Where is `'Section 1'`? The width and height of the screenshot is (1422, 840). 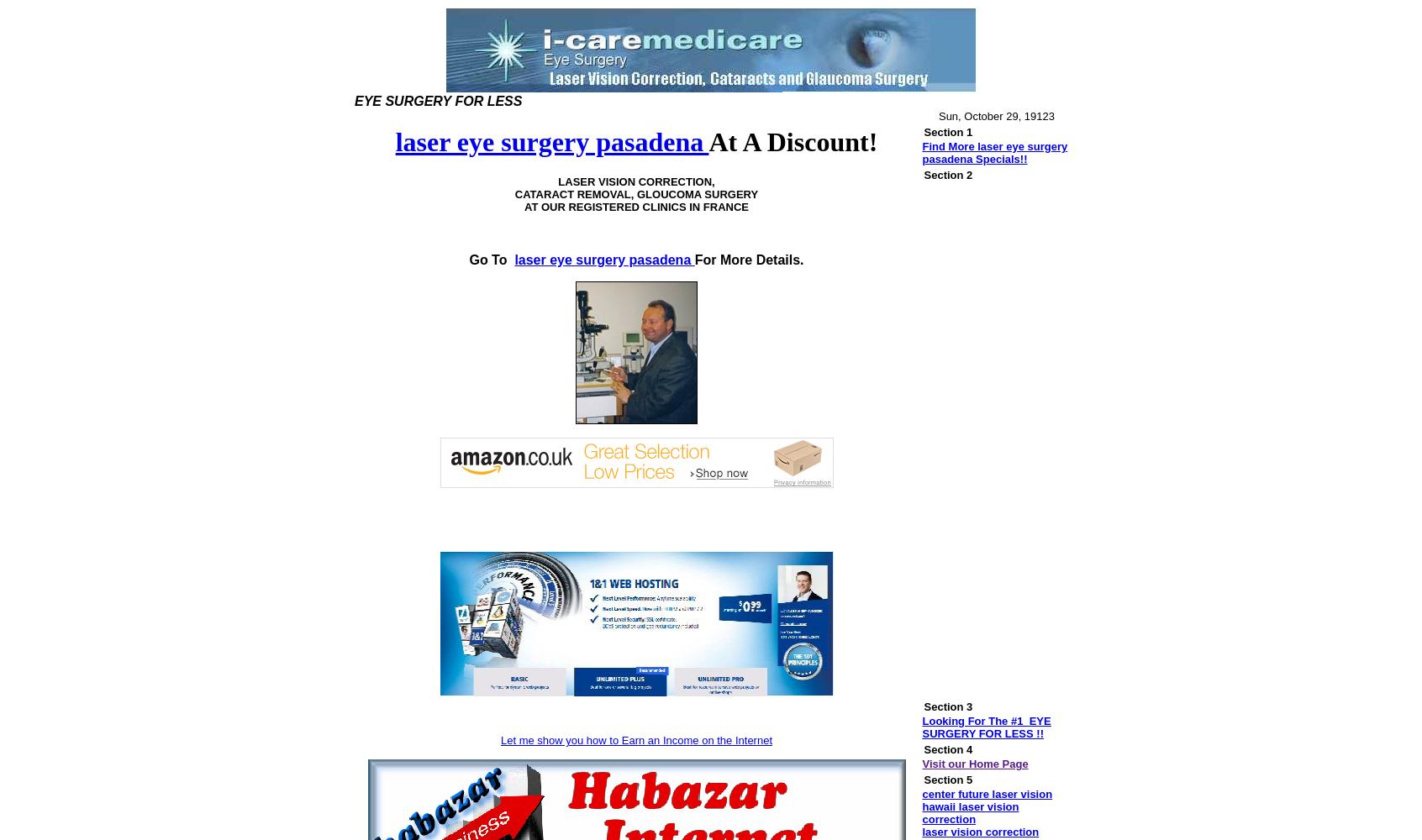 'Section 1' is located at coordinates (948, 132).